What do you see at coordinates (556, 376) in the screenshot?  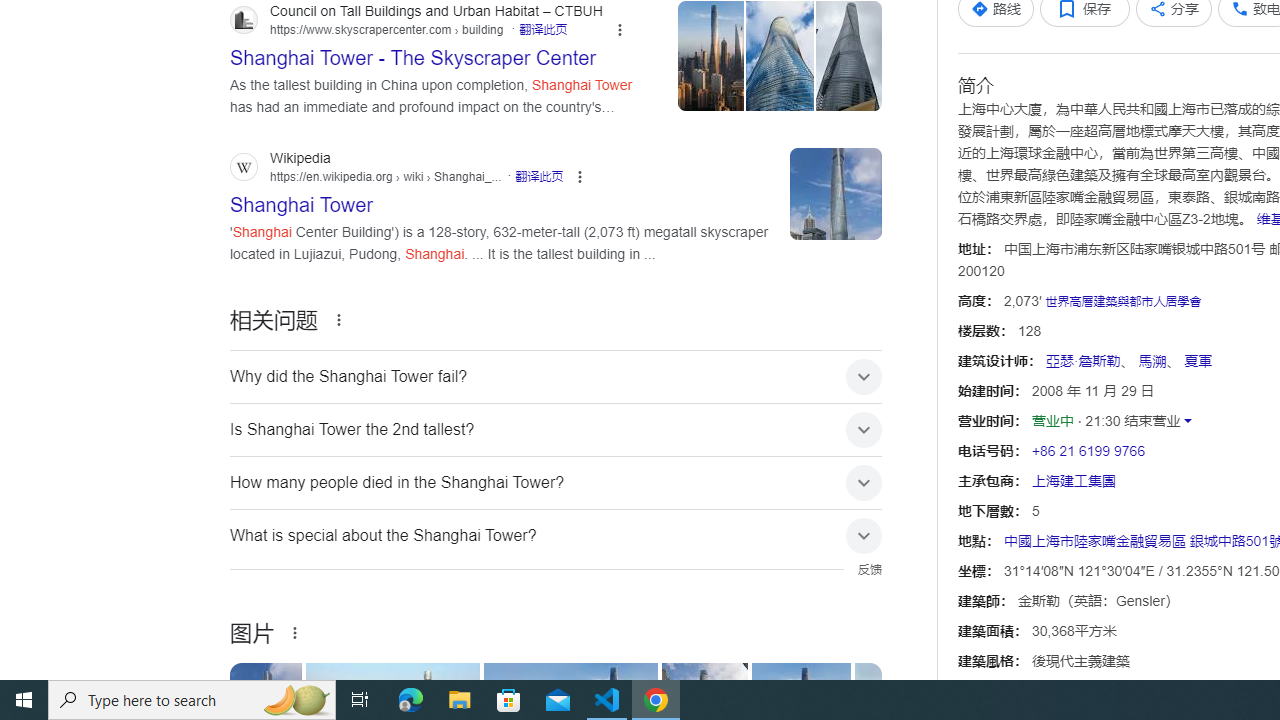 I see `'Why did the Shanghai Tower fail?'` at bounding box center [556, 376].